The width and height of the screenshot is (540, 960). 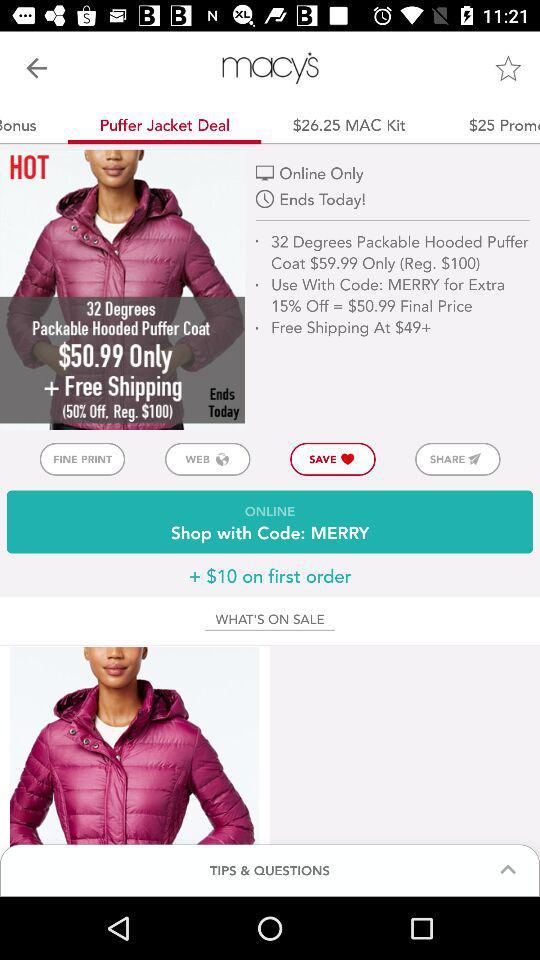 I want to click on $10 bonus app, so click(x=33, y=123).